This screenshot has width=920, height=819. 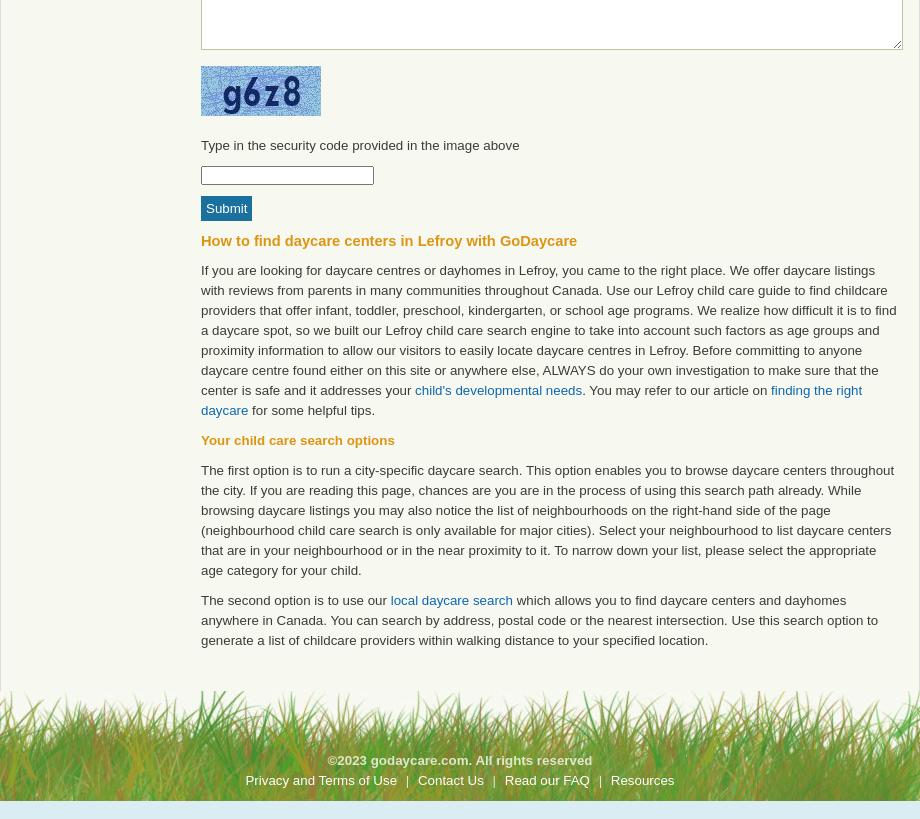 What do you see at coordinates (498, 389) in the screenshot?
I see `'child's developmental needs'` at bounding box center [498, 389].